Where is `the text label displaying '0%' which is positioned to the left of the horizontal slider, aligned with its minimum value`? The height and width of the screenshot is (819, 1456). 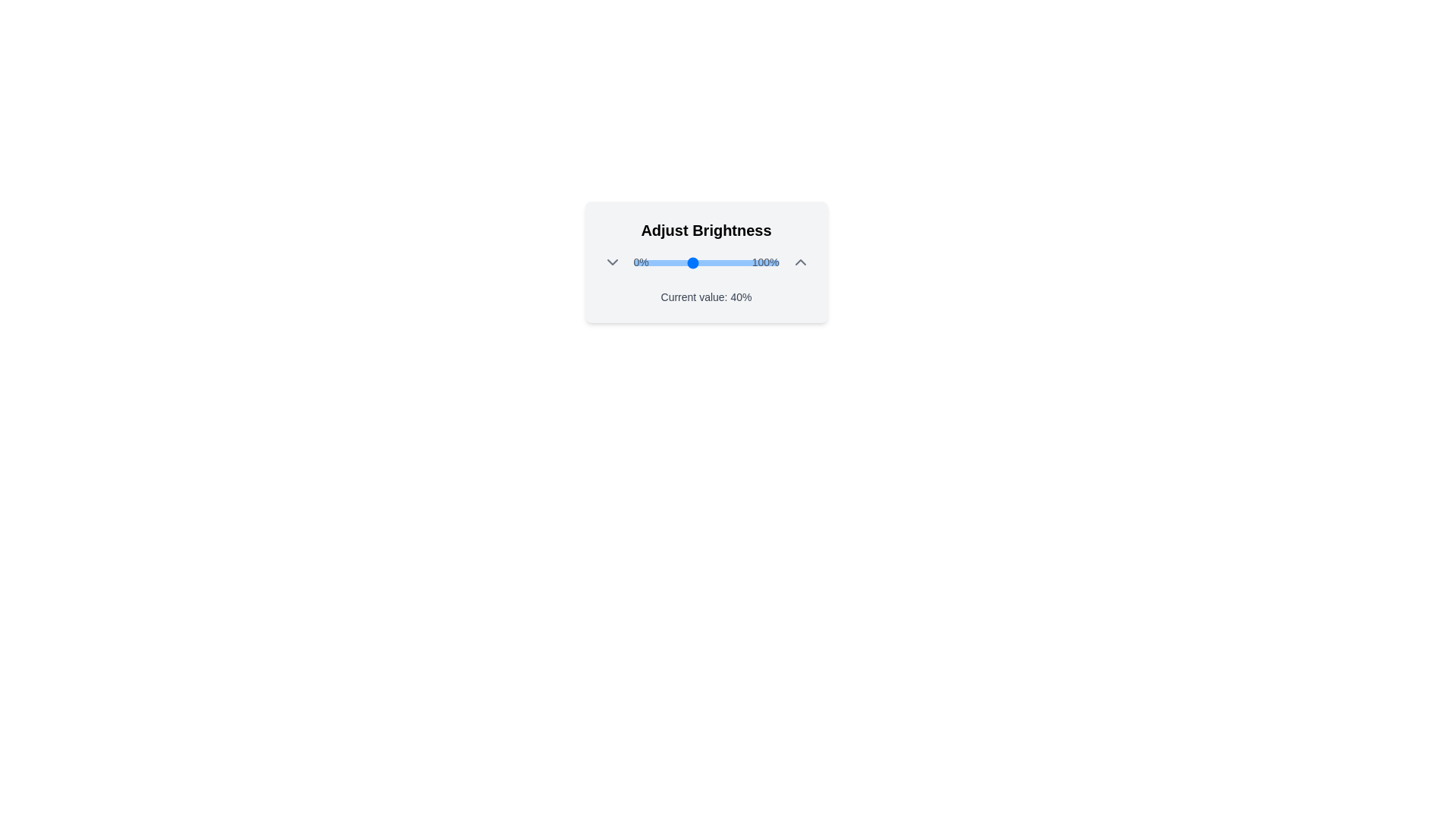
the text label displaying '0%' which is positioned to the left of the horizontal slider, aligned with its minimum value is located at coordinates (641, 262).